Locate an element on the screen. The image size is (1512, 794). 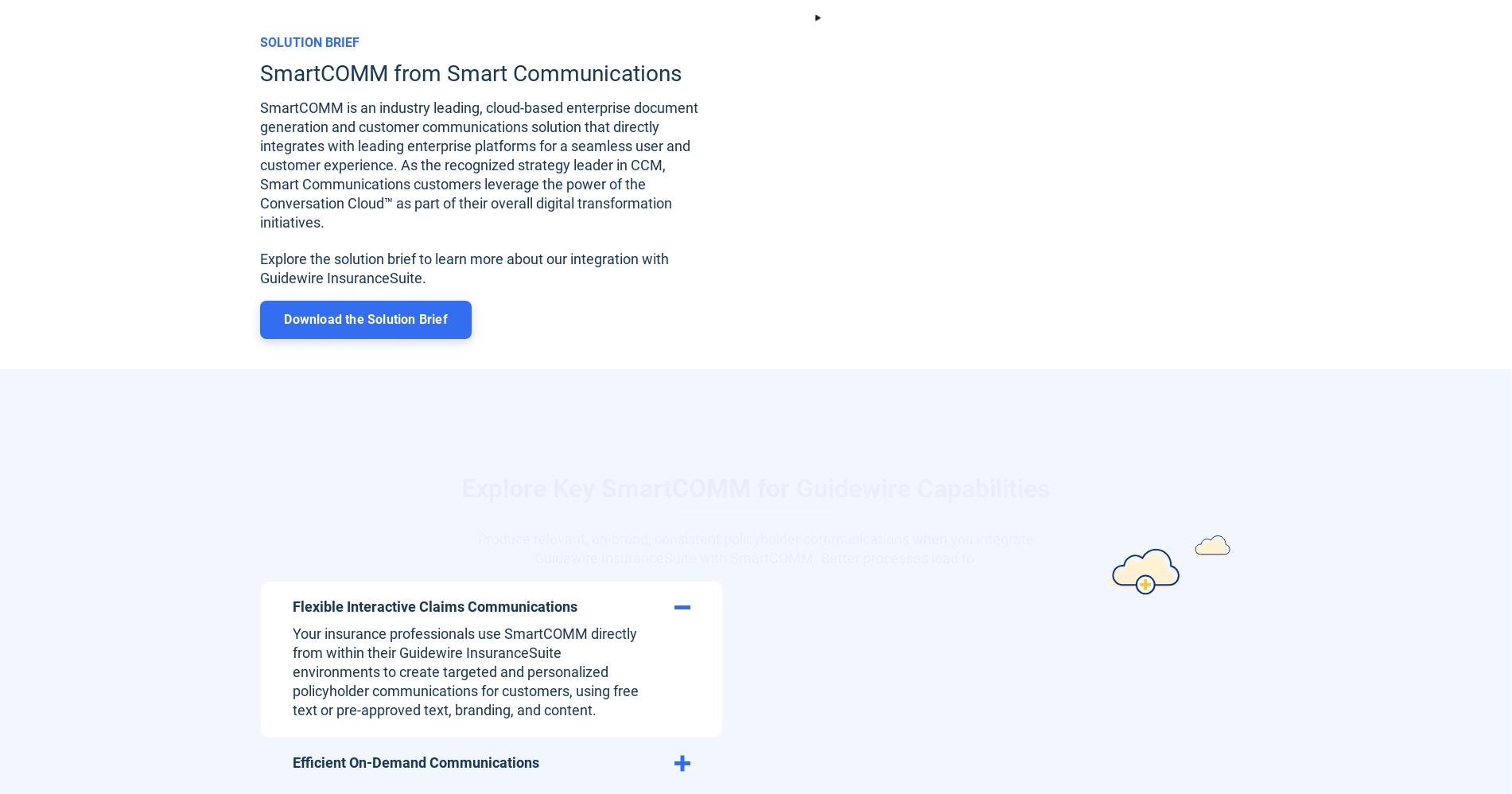
'Efficient On-Demand Communications' is located at coordinates (291, 761).